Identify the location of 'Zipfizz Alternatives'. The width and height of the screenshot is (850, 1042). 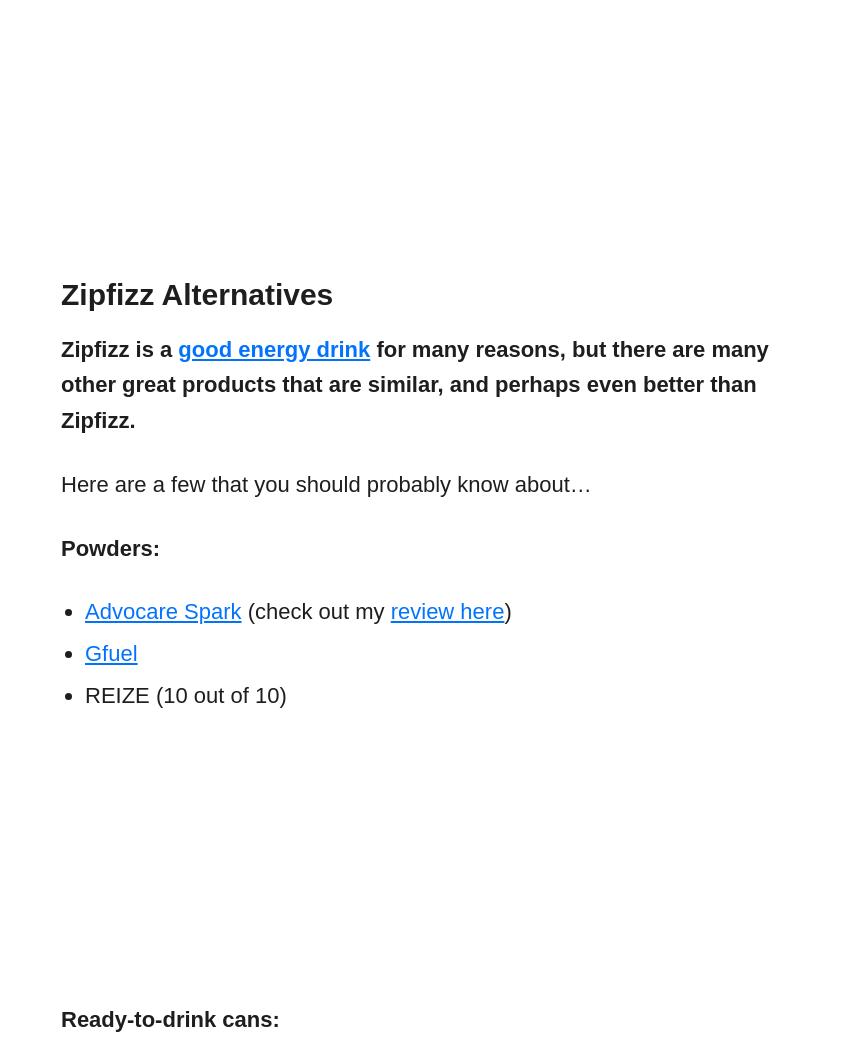
(196, 293).